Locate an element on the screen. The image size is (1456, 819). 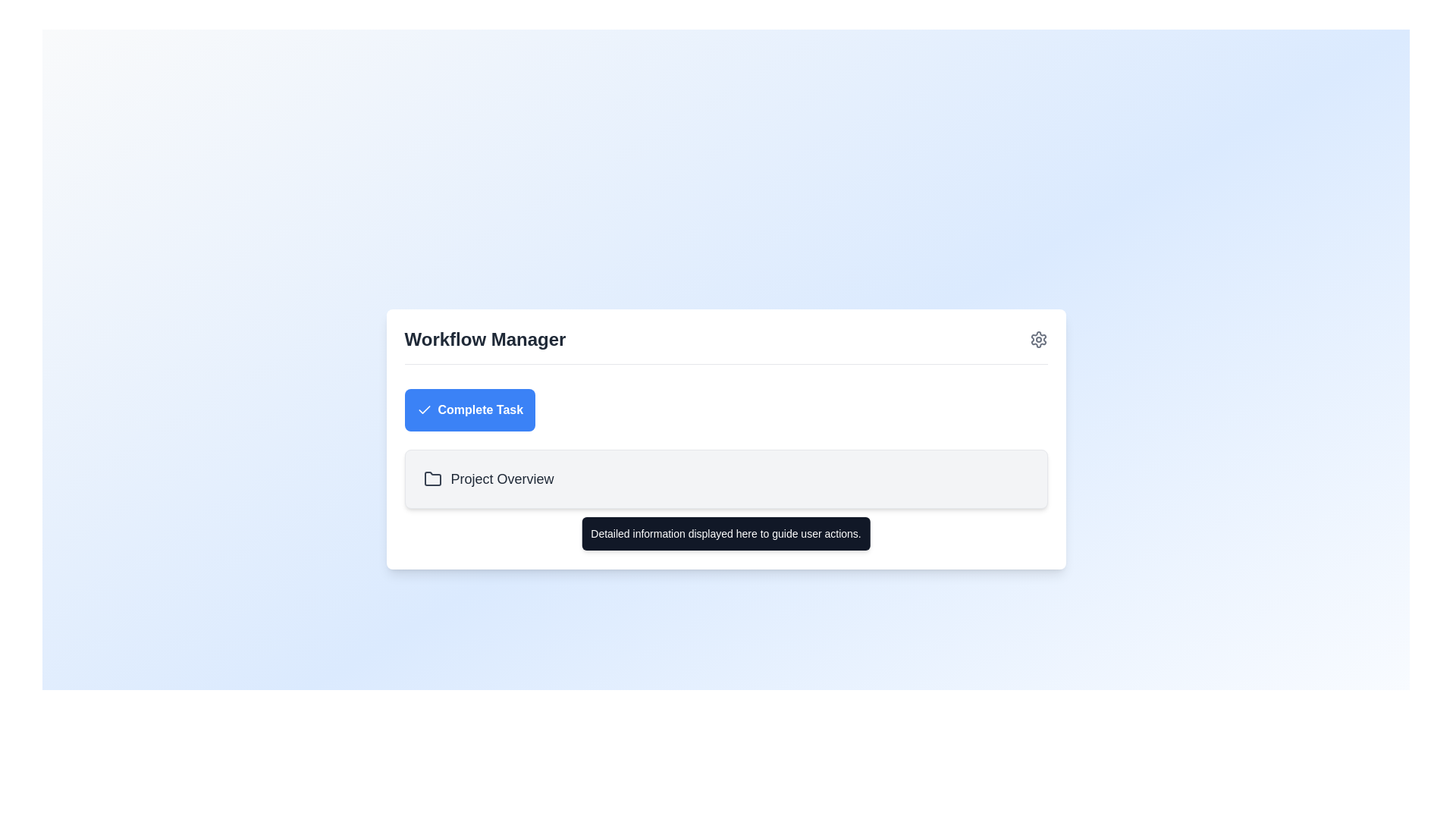
the folder icon located next to the 'Project Overview' text, which signifies the project overview section is located at coordinates (431, 479).